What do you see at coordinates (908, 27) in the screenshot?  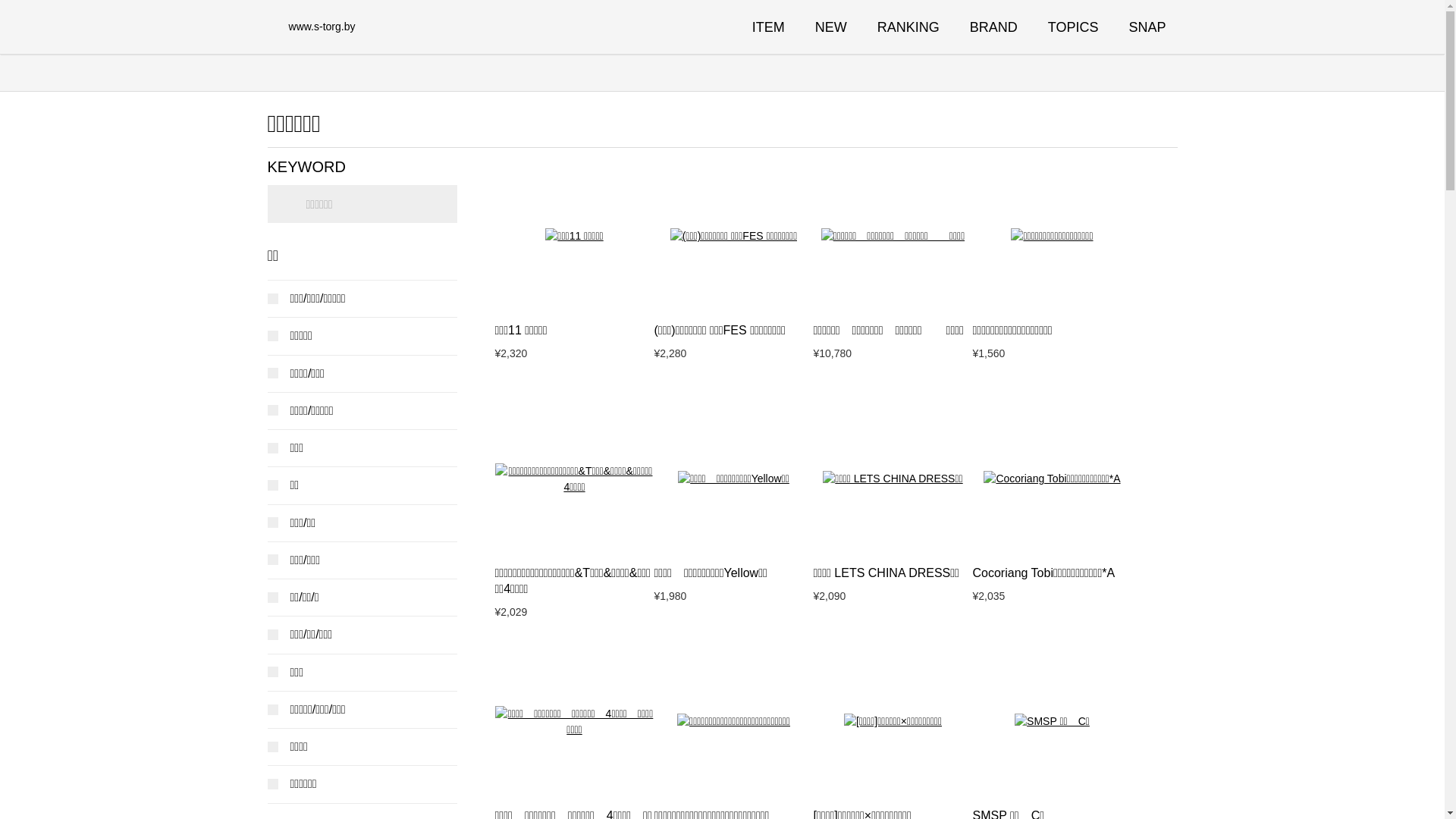 I see `'RANKING'` at bounding box center [908, 27].